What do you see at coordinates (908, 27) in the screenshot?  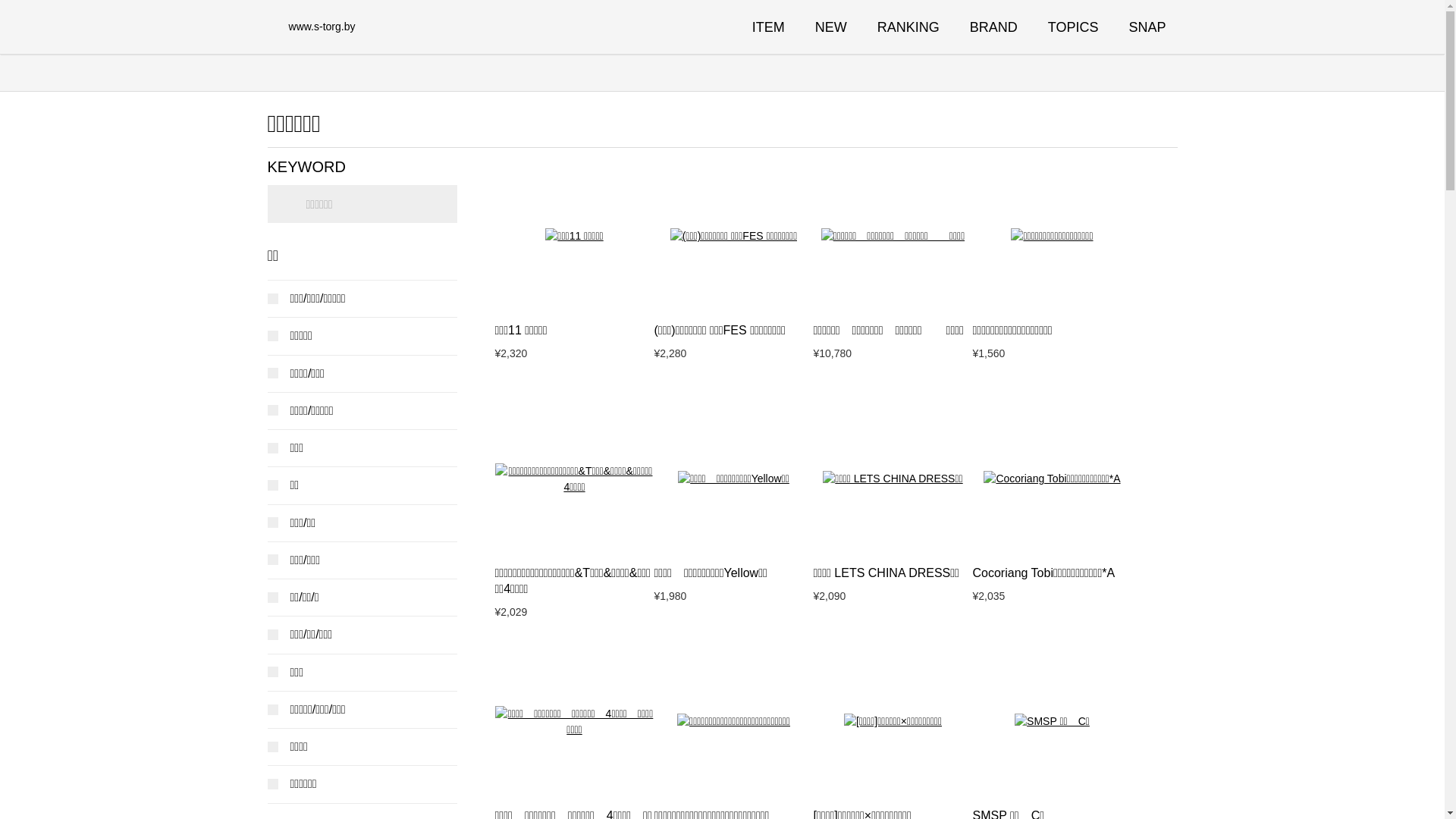 I see `'RANKING'` at bounding box center [908, 27].